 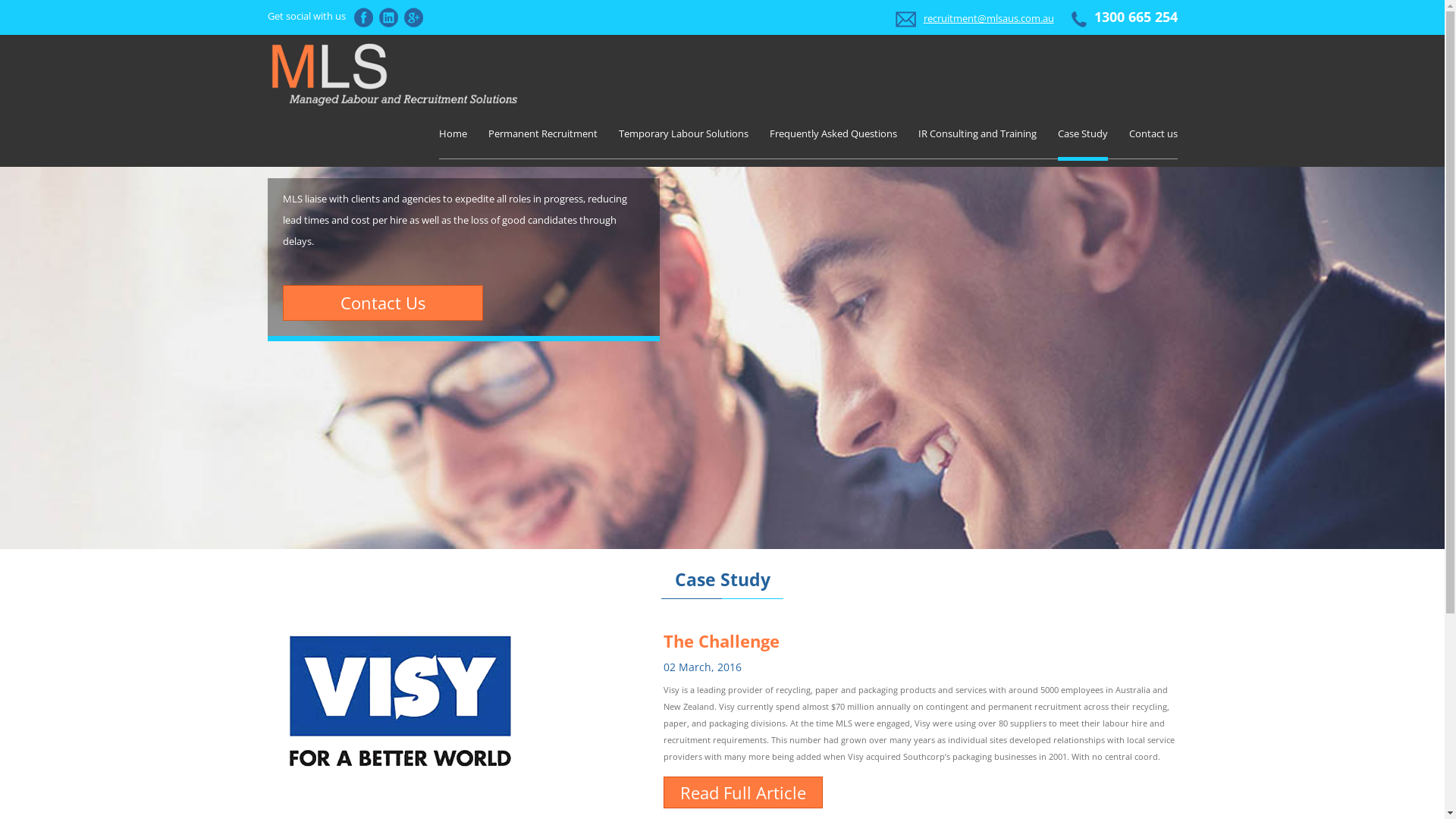 What do you see at coordinates (832, 133) in the screenshot?
I see `'Frequently Asked Questions'` at bounding box center [832, 133].